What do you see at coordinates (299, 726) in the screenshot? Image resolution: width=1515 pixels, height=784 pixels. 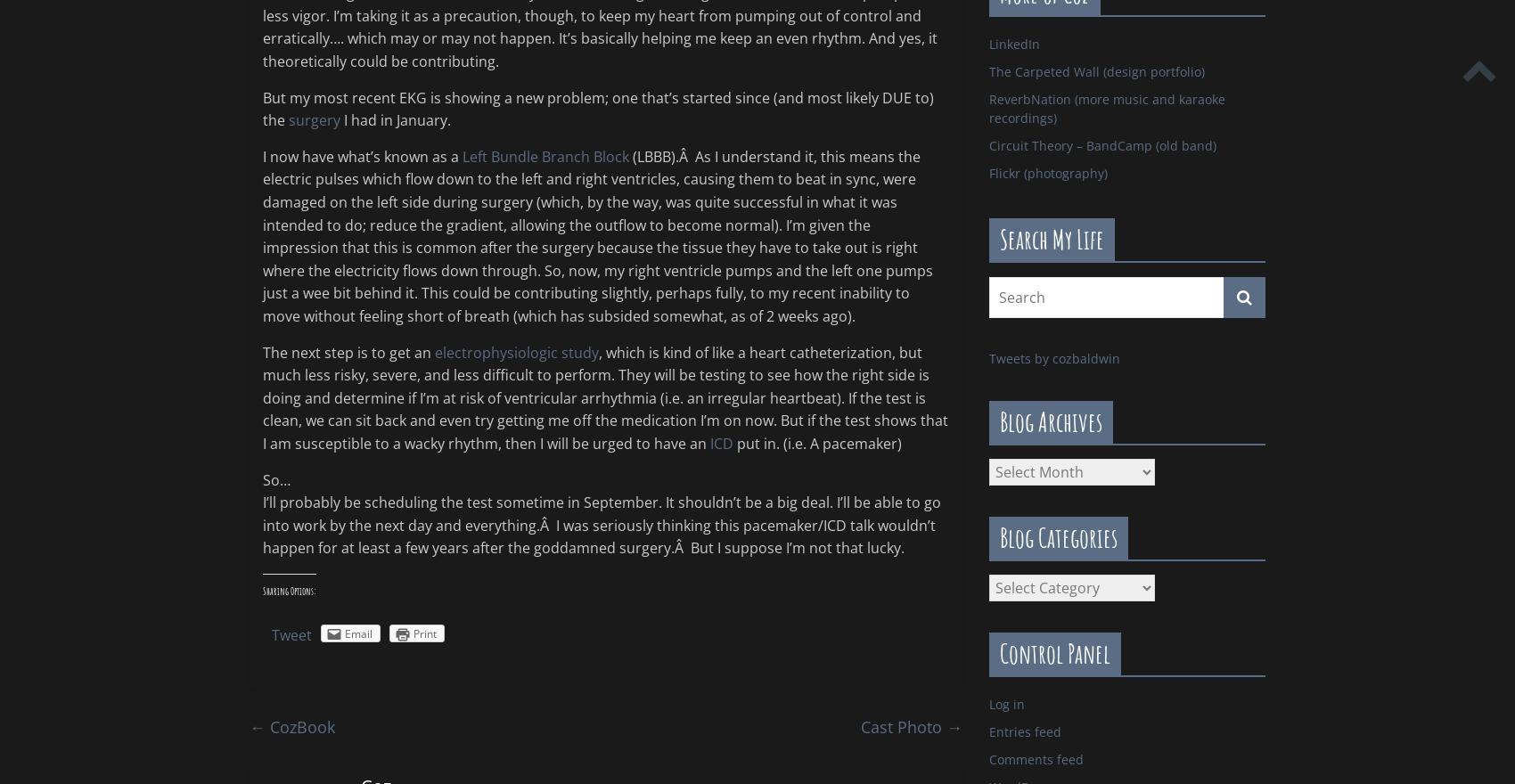 I see `'CozBook'` at bounding box center [299, 726].